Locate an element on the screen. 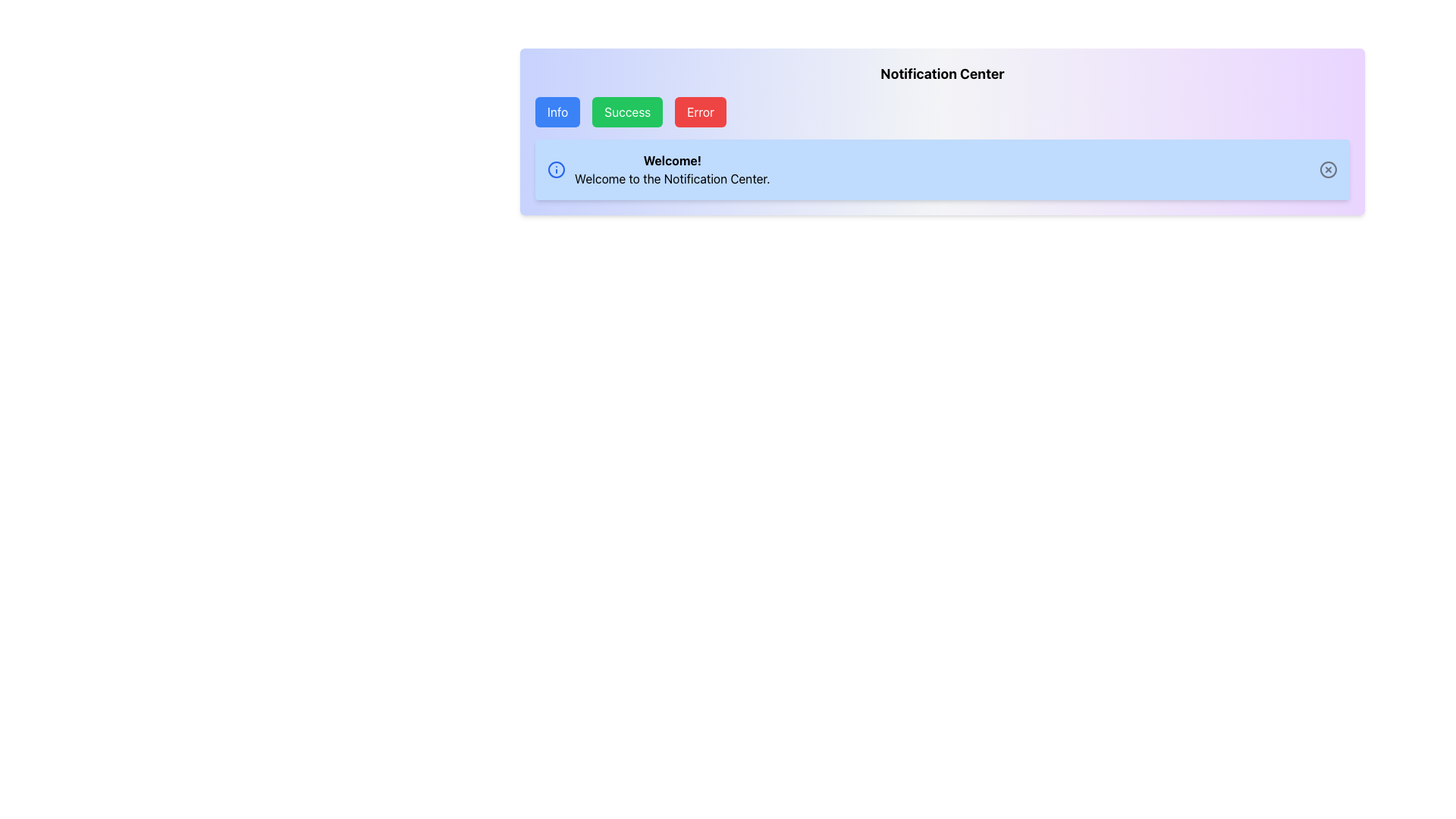 The image size is (1456, 819). the circular close button with an 'X' symbol located at the far right of the blue notification bar is located at coordinates (1328, 169).